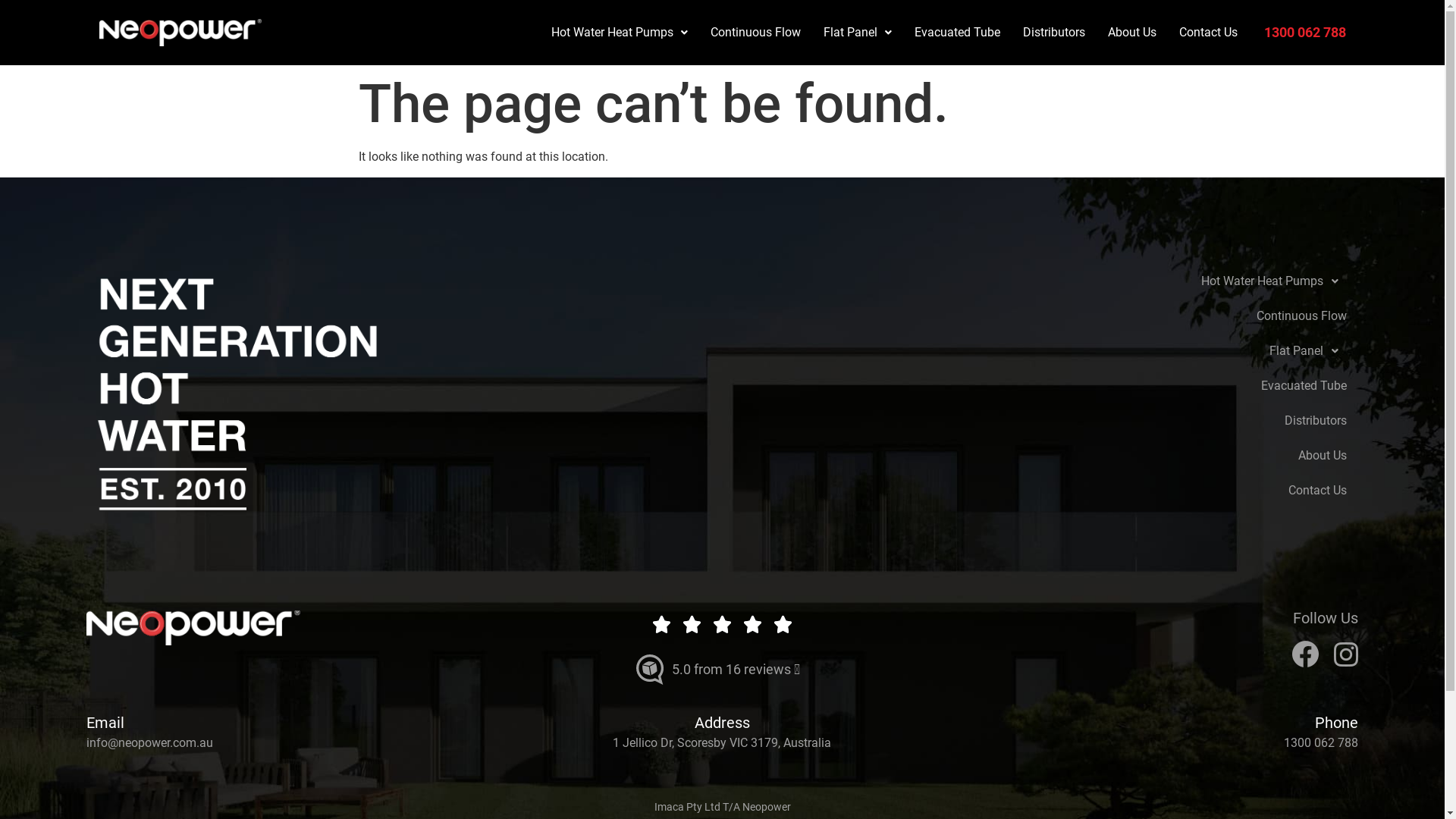 The width and height of the screenshot is (1456, 819). Describe the element at coordinates (1263, 32) in the screenshot. I see `'1300 062 788'` at that location.